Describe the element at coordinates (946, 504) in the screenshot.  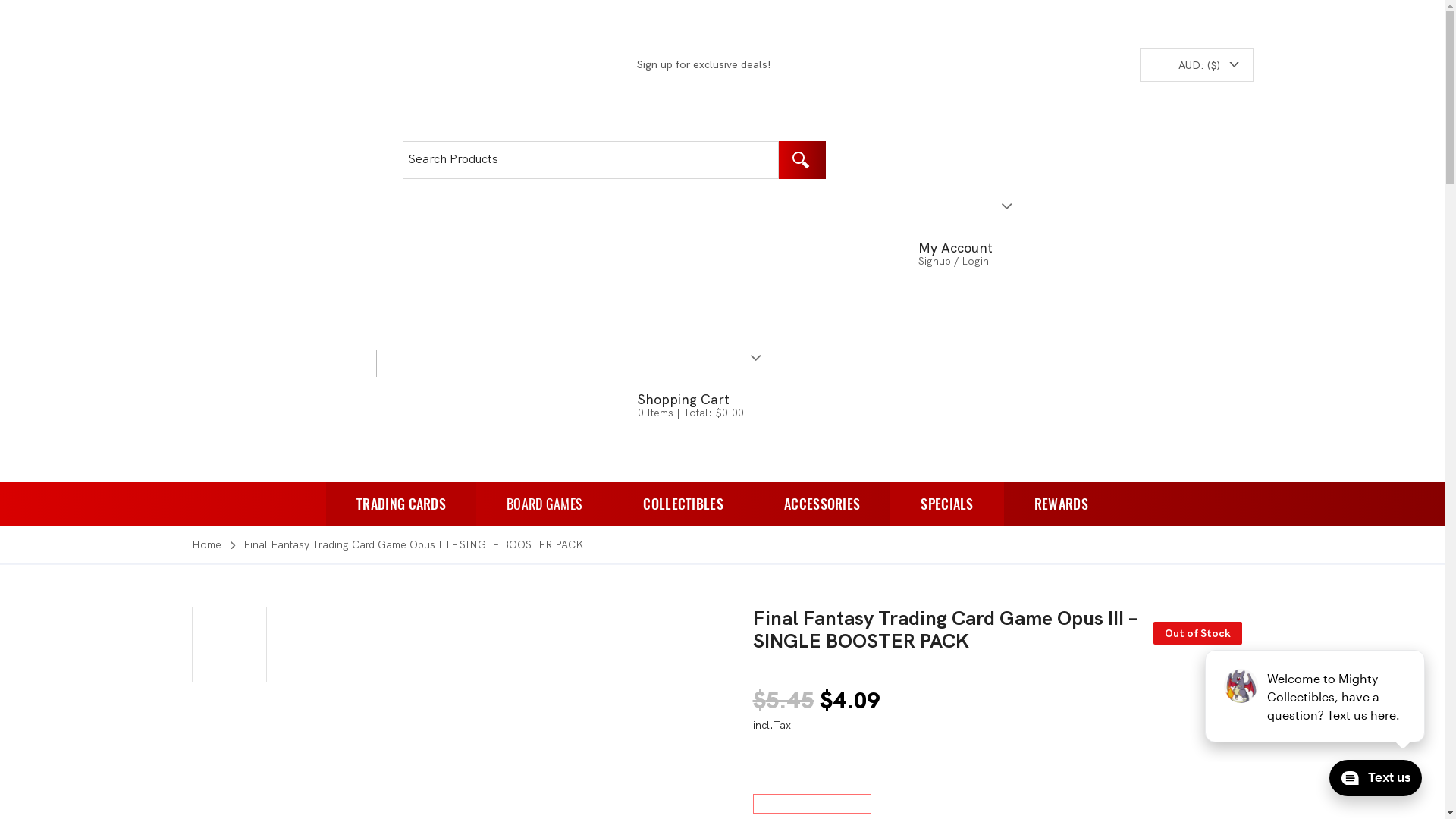
I see `'SPECIALS'` at that location.